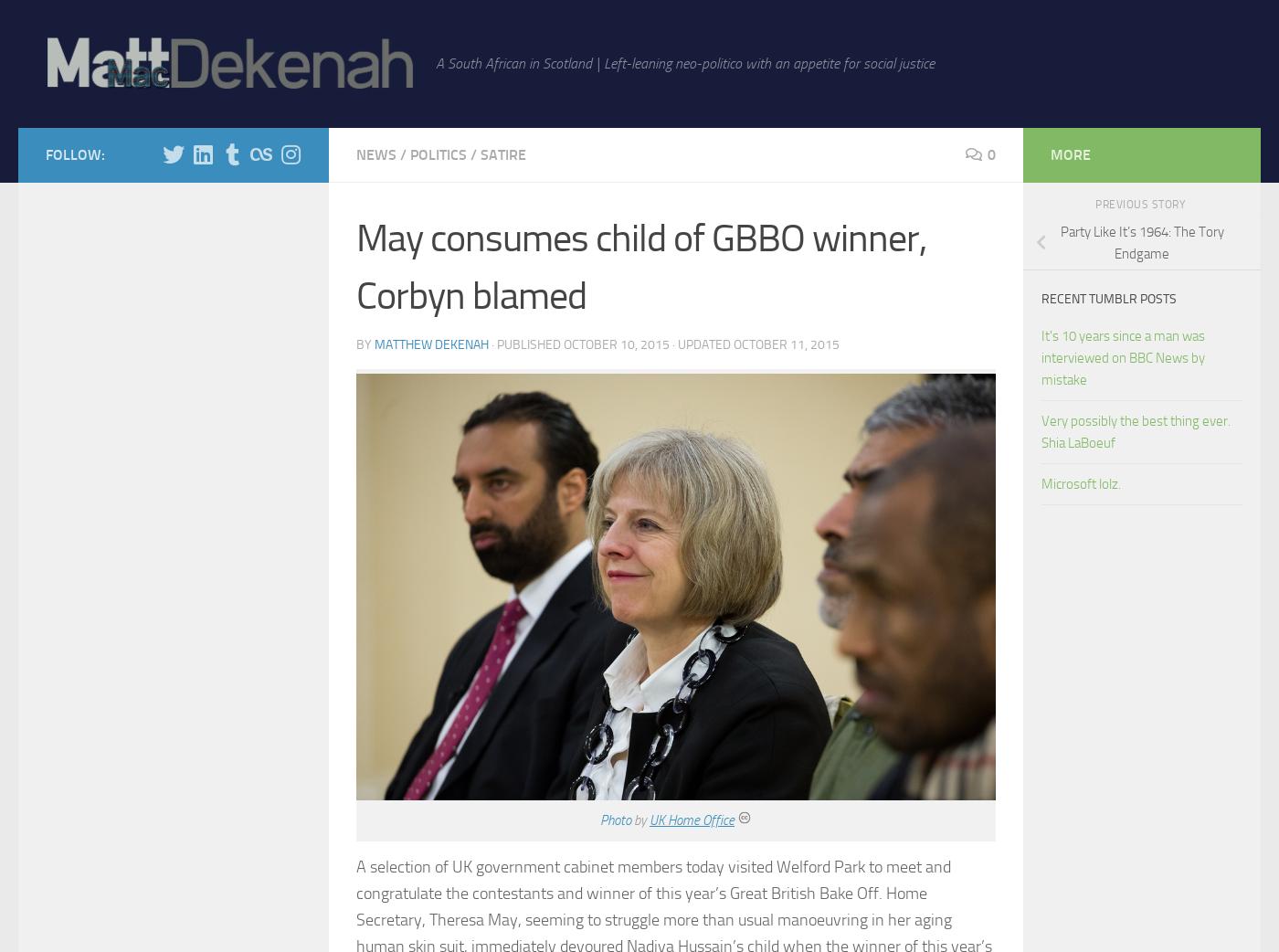  I want to click on 'Party Like It’s 1964: The Tory Endgame', so click(1141, 241).